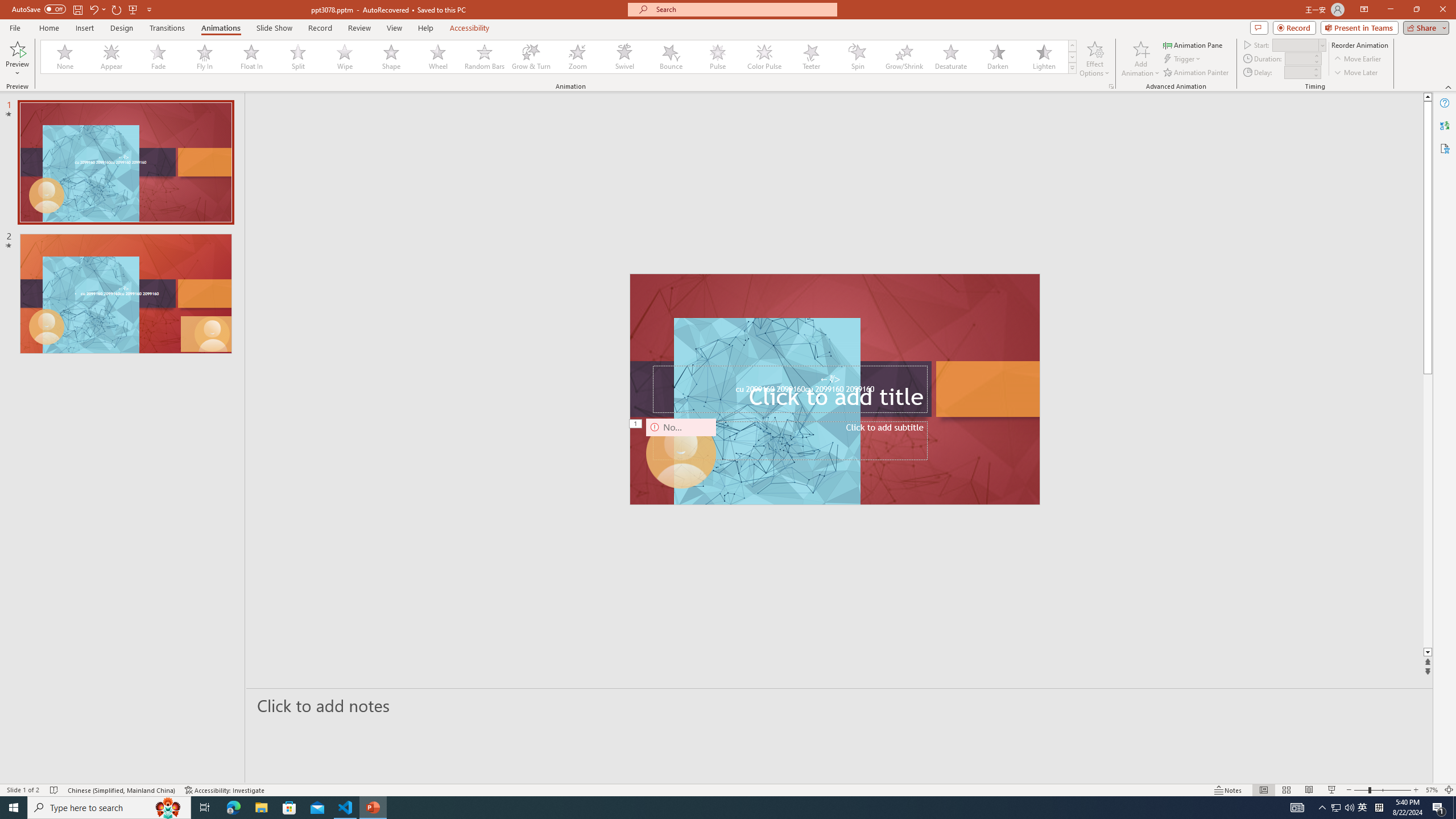 The height and width of the screenshot is (819, 1456). I want to click on 'Wipe', so click(345, 56).